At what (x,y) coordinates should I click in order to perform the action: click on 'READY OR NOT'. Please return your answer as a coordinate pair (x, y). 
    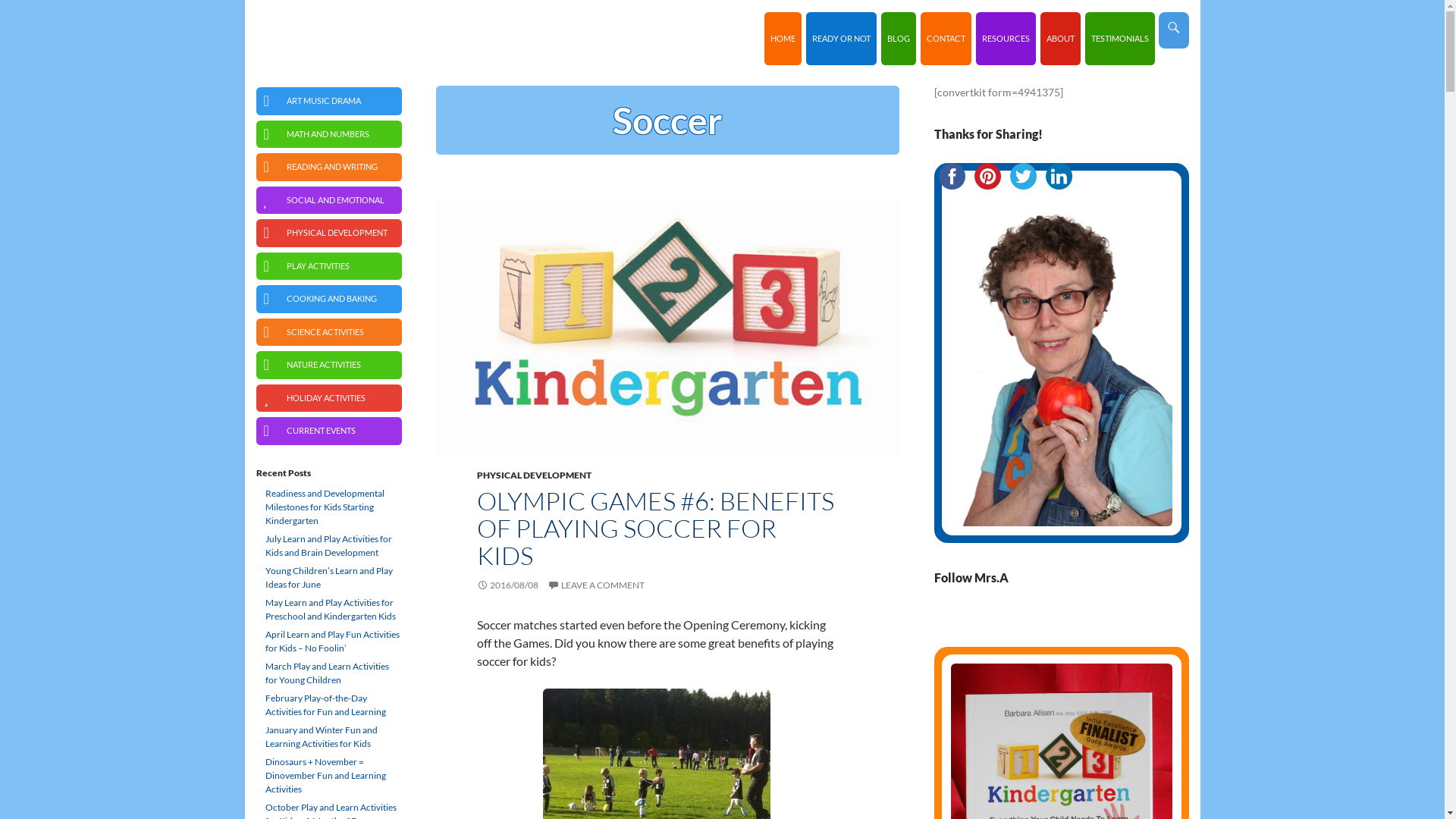
    Looking at the image, I should click on (804, 37).